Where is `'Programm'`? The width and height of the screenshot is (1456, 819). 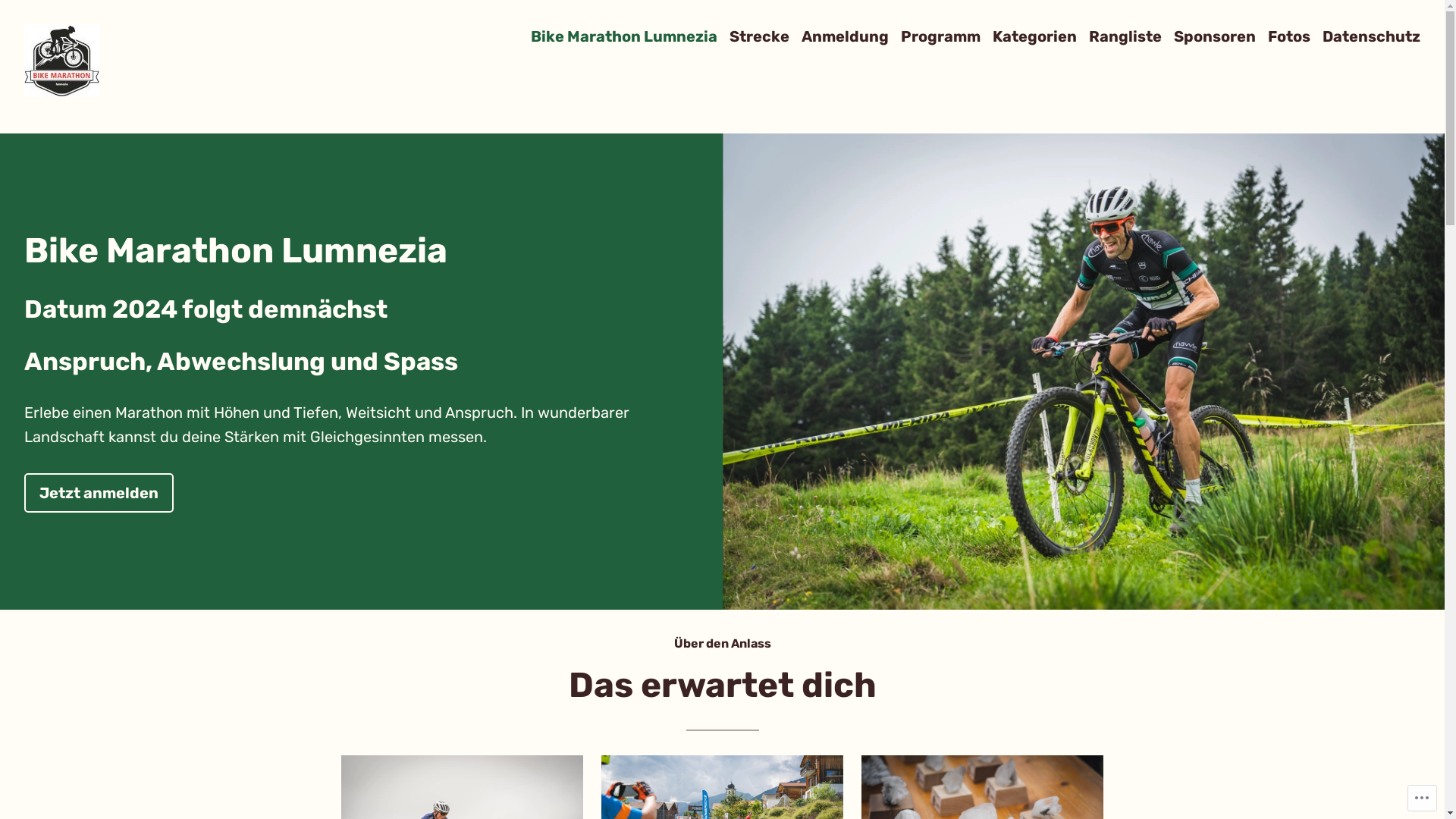
'Programm' is located at coordinates (940, 35).